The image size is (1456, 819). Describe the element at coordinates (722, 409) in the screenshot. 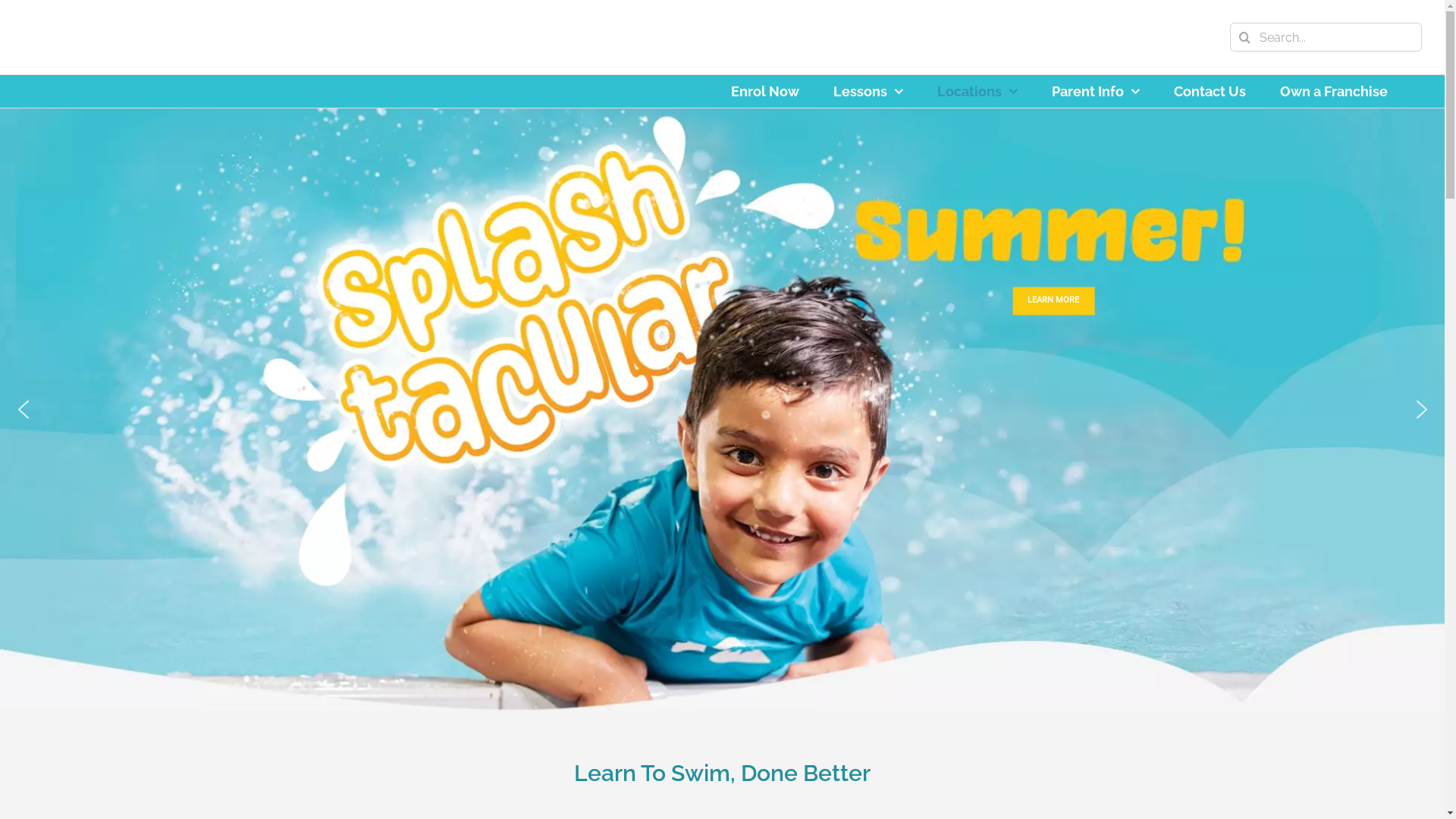

I see `'Splashtacular Summer!'` at that location.